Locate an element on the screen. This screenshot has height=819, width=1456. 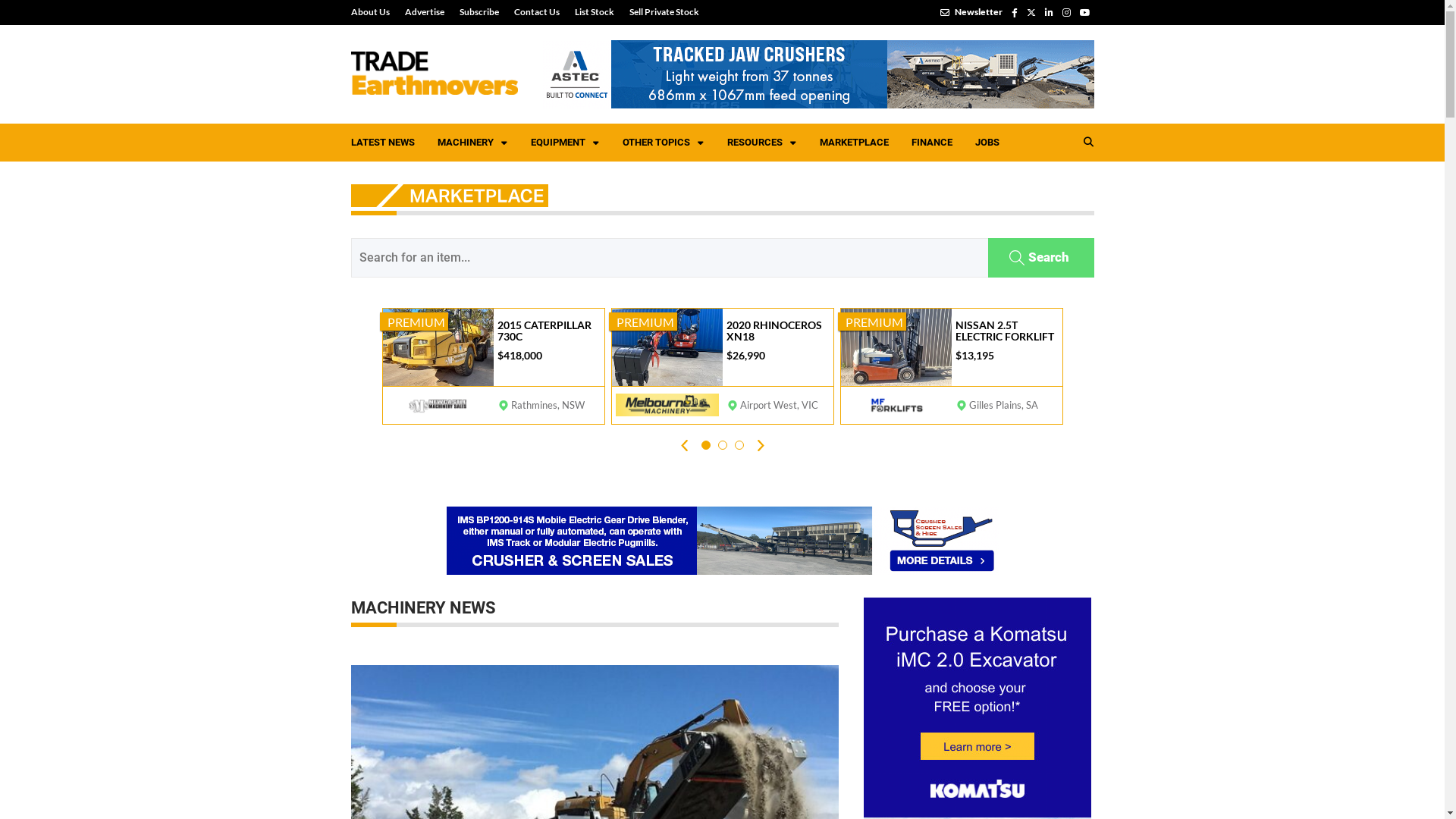
'About Us' is located at coordinates (373, 11).